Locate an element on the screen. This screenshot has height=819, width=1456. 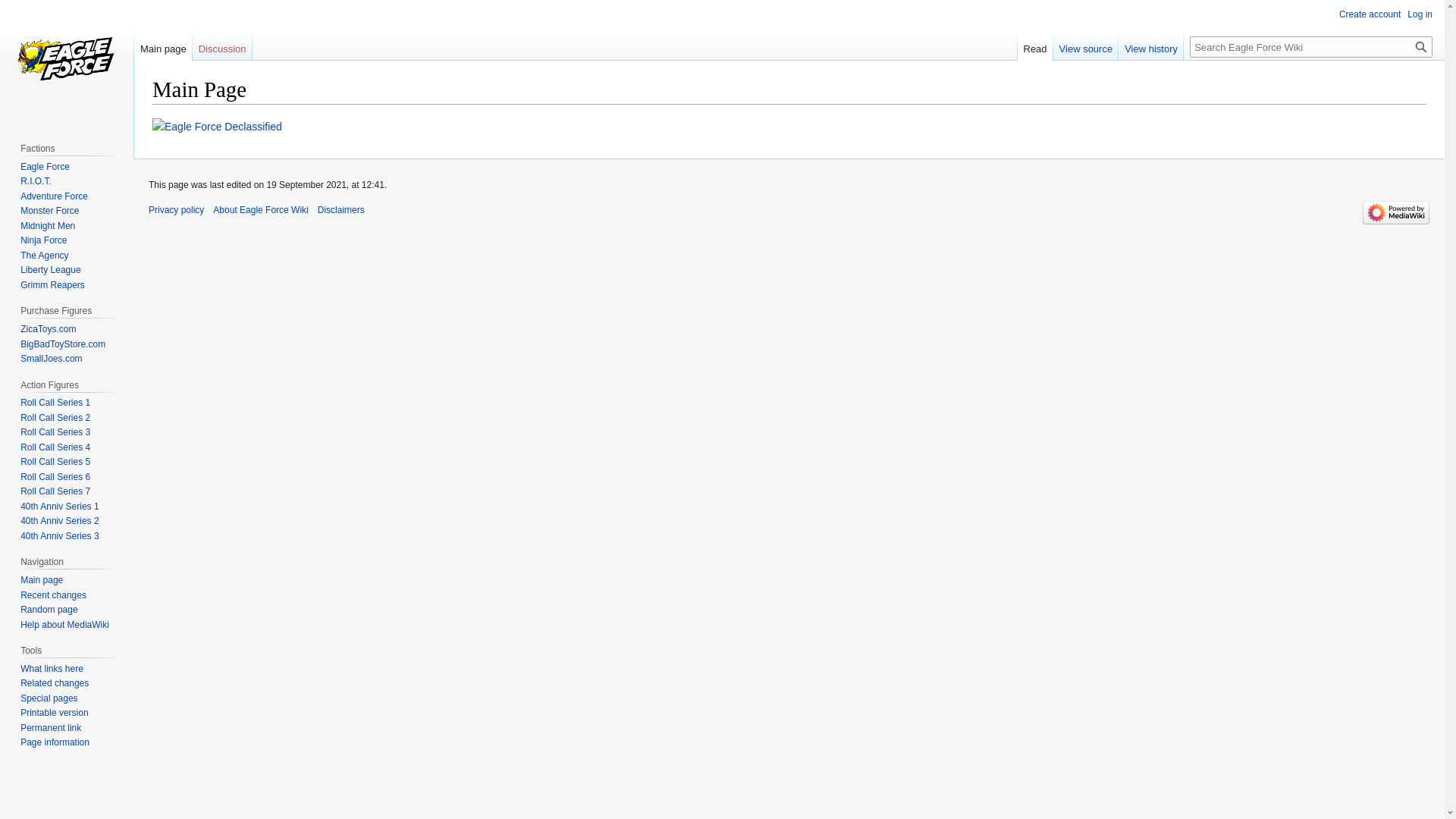
'Create account' is located at coordinates (1339, 14).